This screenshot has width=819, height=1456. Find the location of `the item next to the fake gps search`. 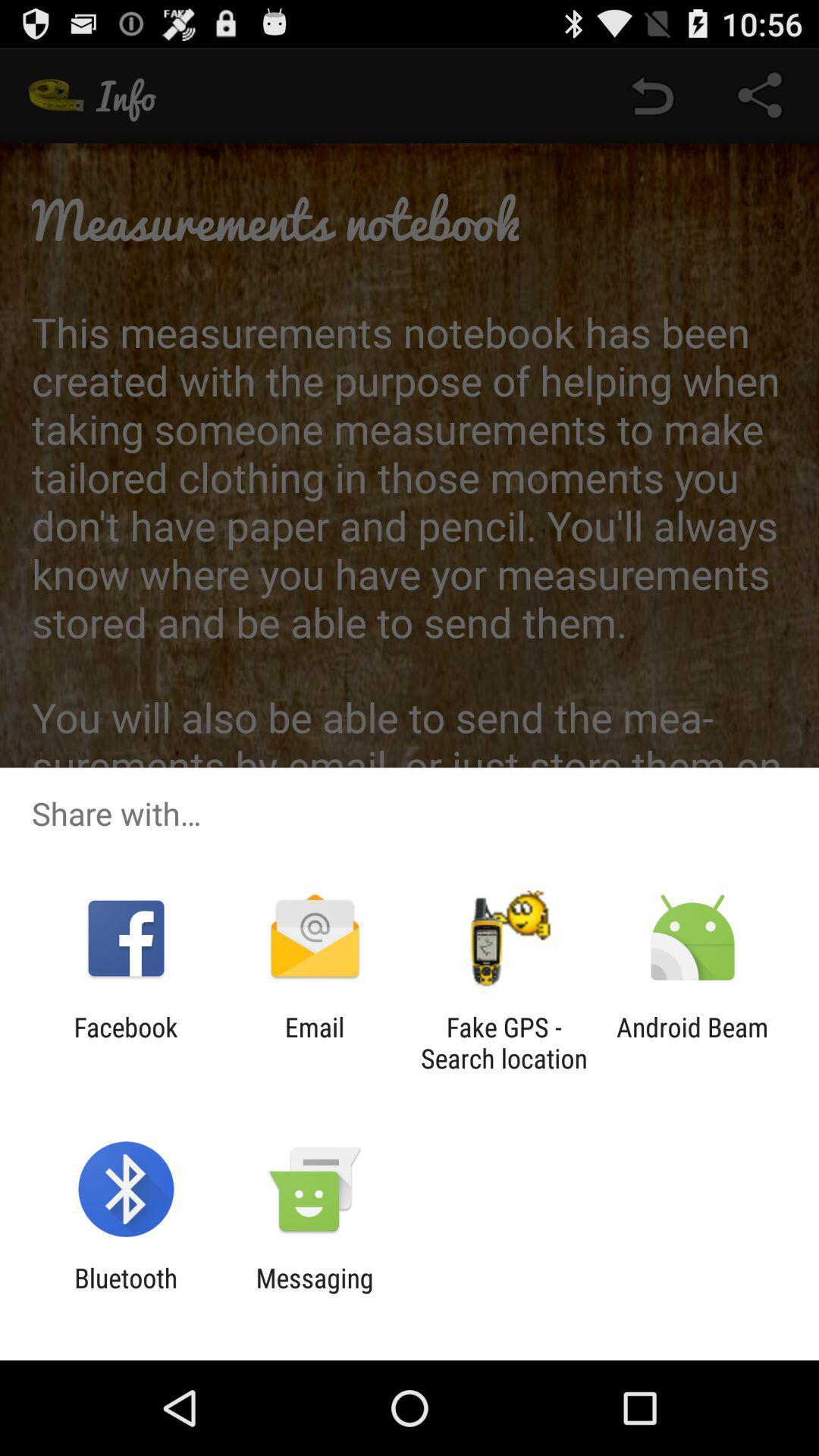

the item next to the fake gps search is located at coordinates (314, 1042).